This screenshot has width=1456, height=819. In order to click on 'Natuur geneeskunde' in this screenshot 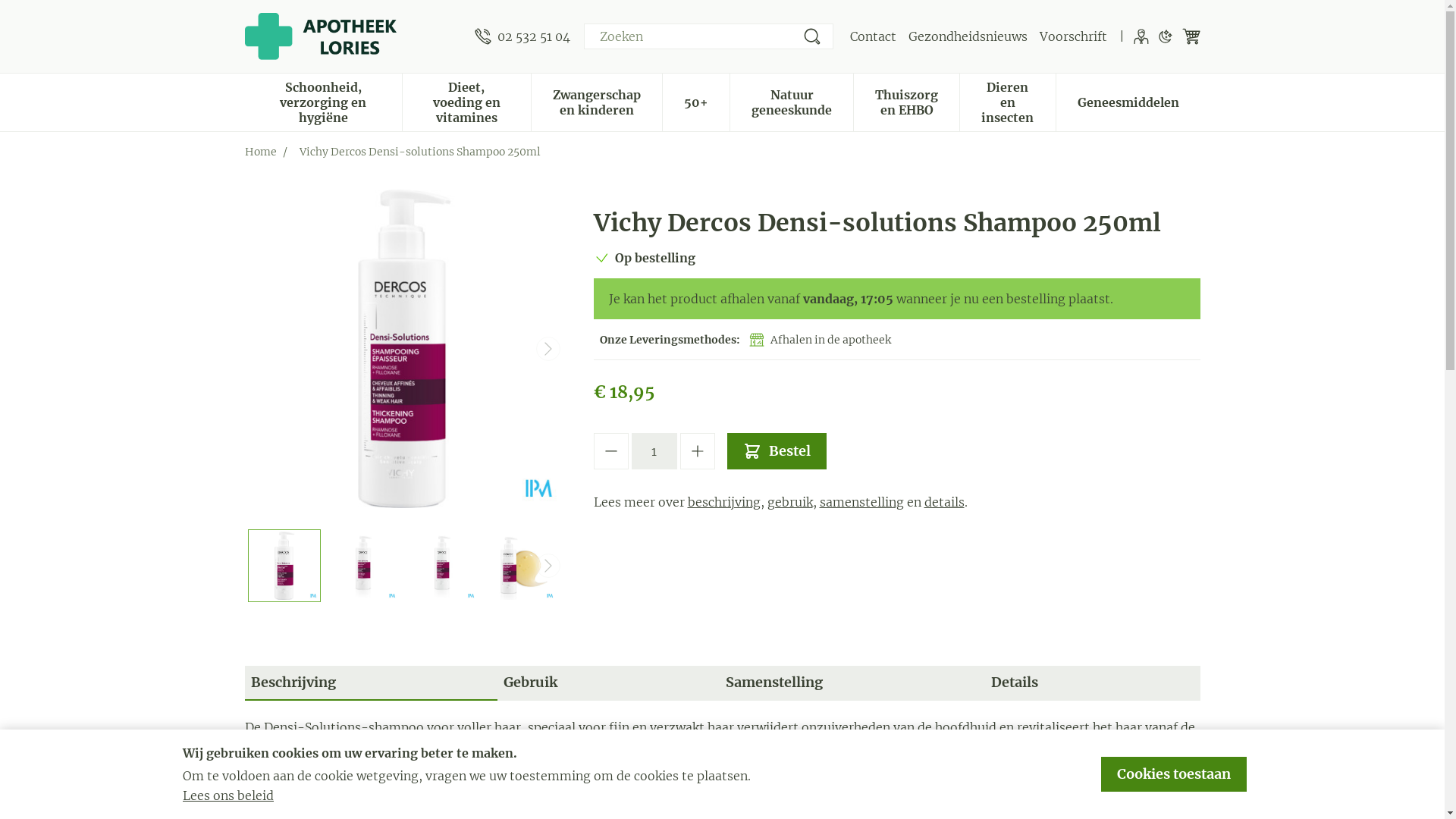, I will do `click(730, 100)`.